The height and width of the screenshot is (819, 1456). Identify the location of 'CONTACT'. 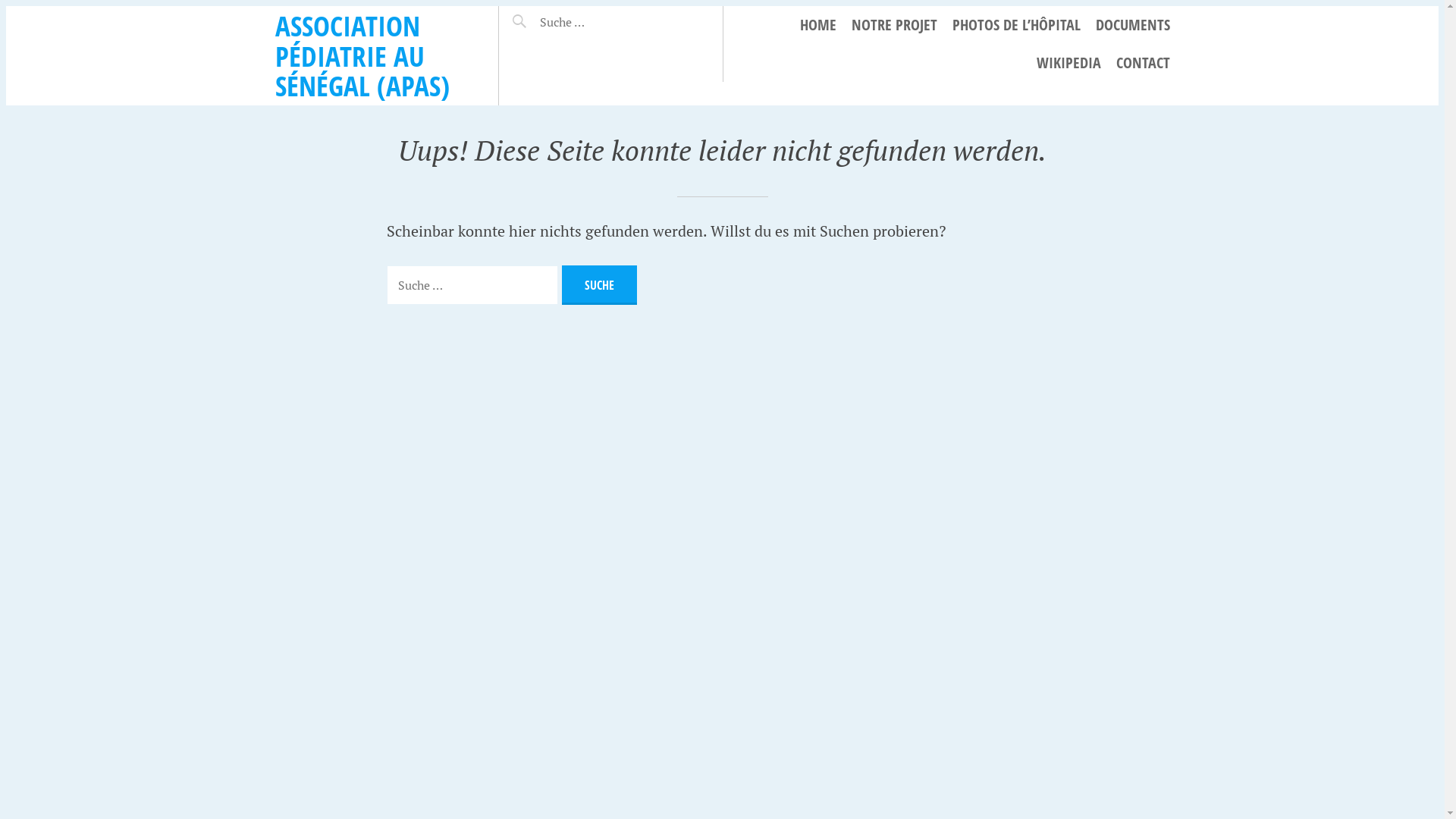
(1116, 62).